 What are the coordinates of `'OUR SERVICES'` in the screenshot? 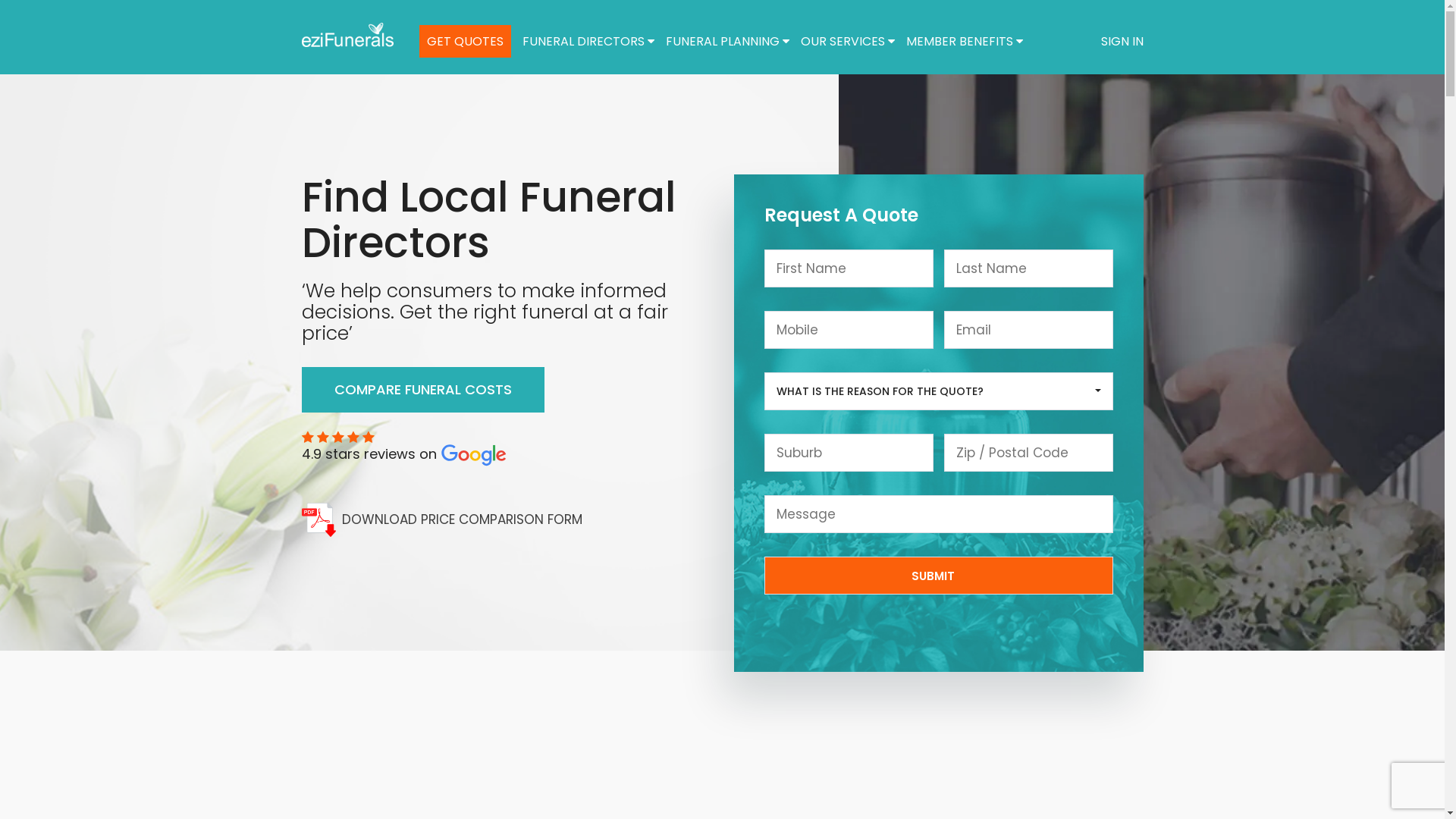 It's located at (847, 40).